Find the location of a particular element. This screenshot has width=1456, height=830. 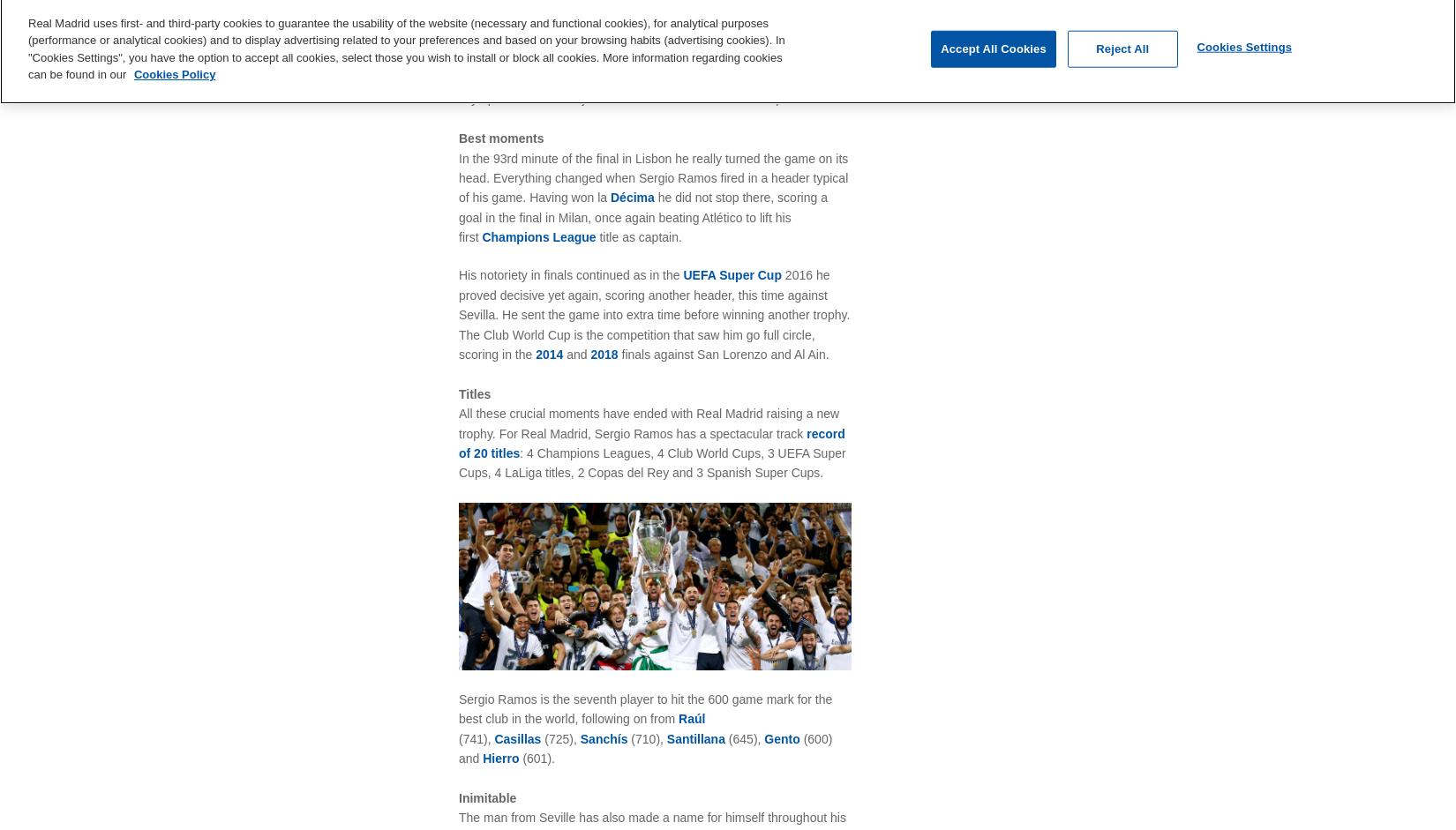

'Raúl' is located at coordinates (691, 718).